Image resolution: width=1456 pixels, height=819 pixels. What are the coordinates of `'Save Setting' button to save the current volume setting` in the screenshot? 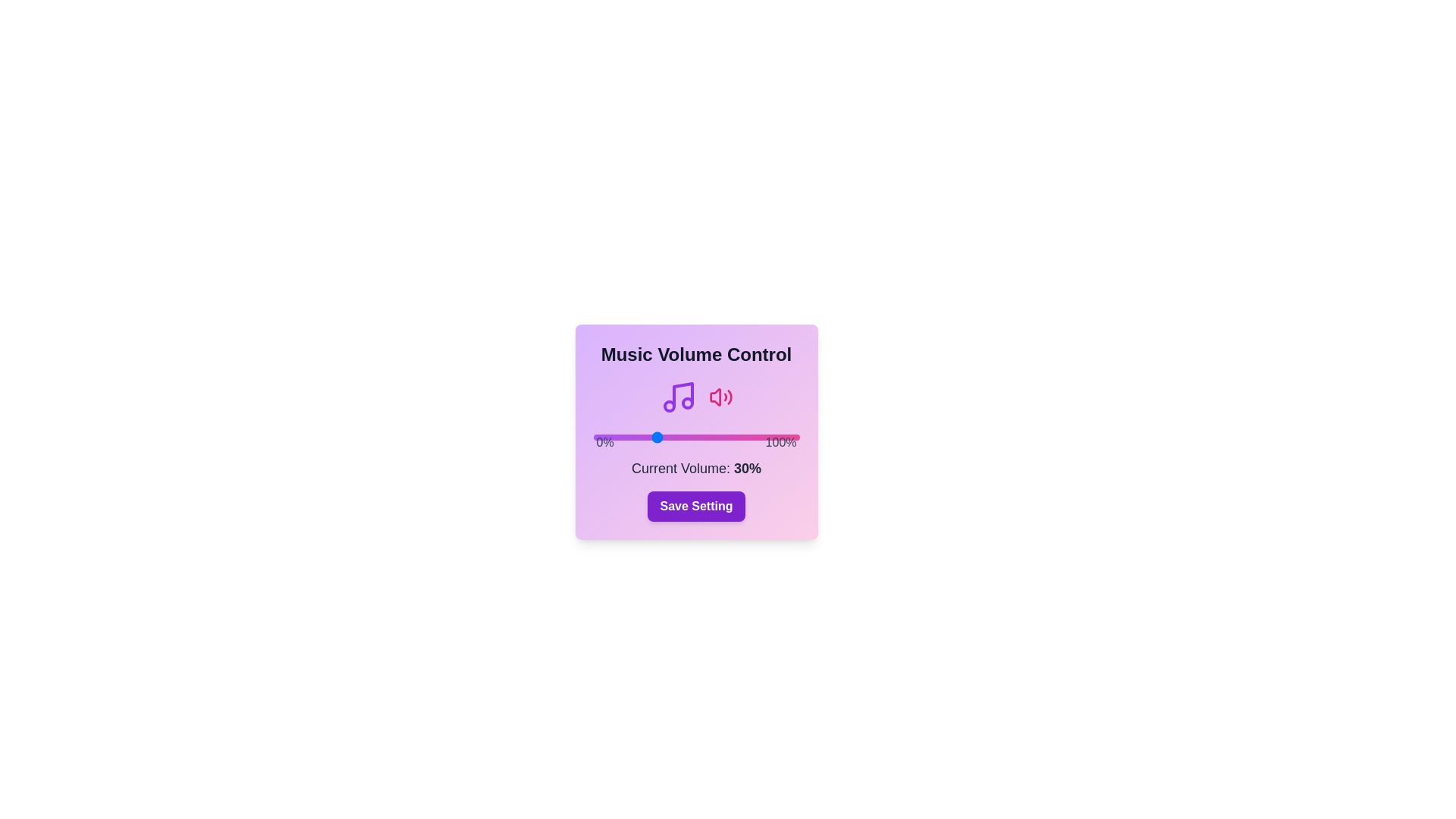 It's located at (695, 506).